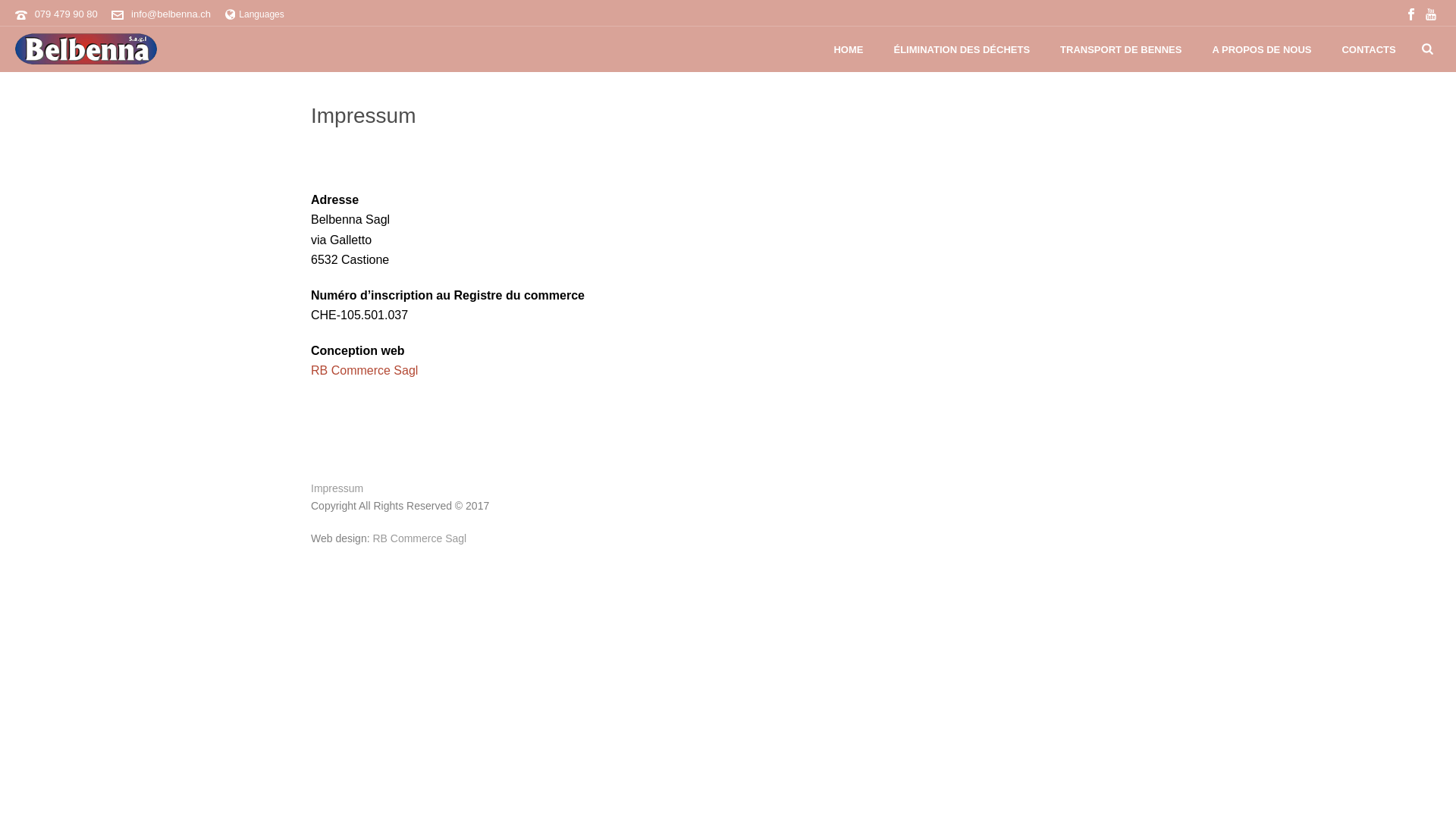 Image resolution: width=1456 pixels, height=819 pixels. Describe the element at coordinates (847, 49) in the screenshot. I see `'HOME'` at that location.